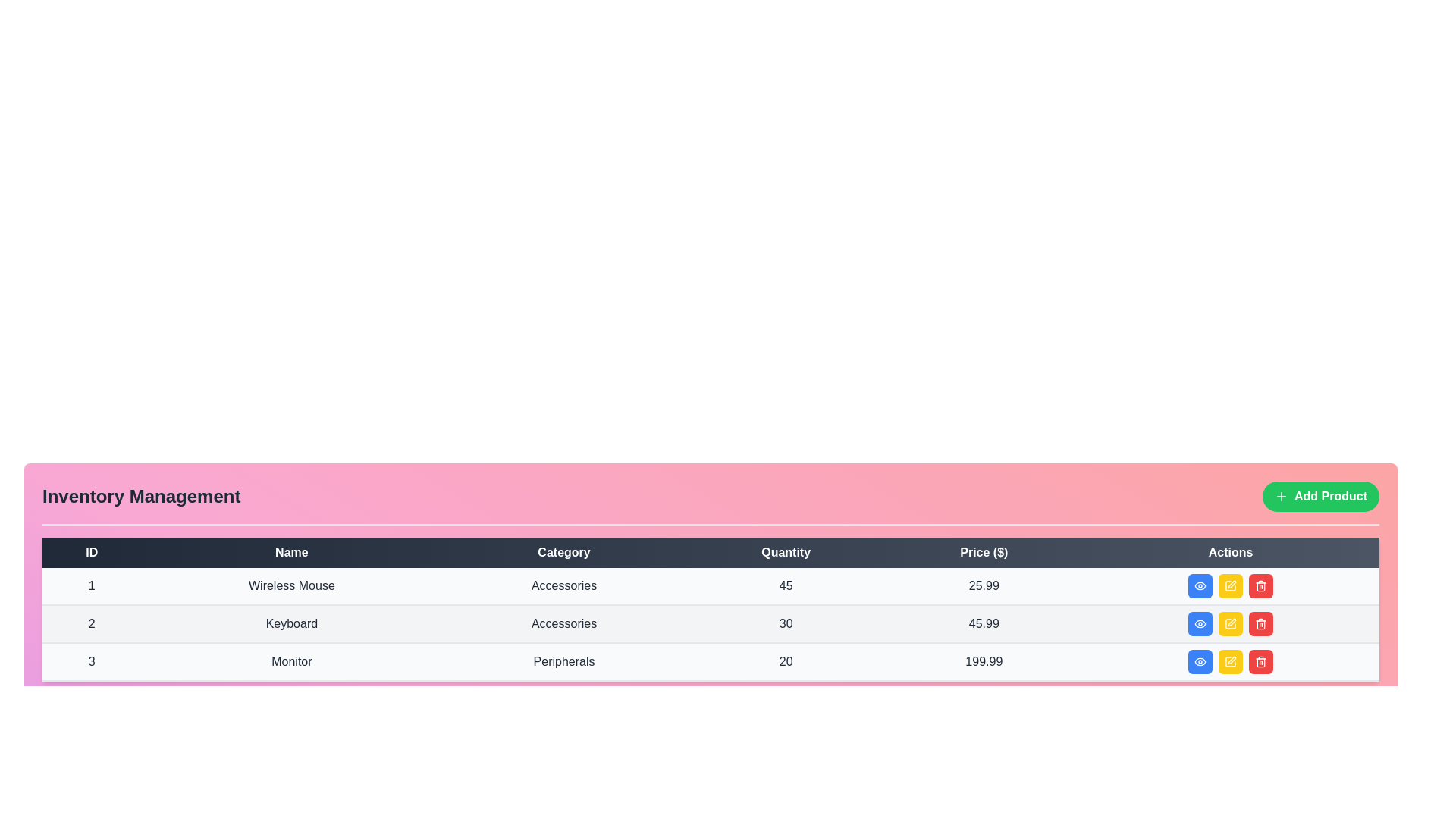  I want to click on the edit button in the 'Actions' column of the first row of the inventory table, so click(1230, 585).